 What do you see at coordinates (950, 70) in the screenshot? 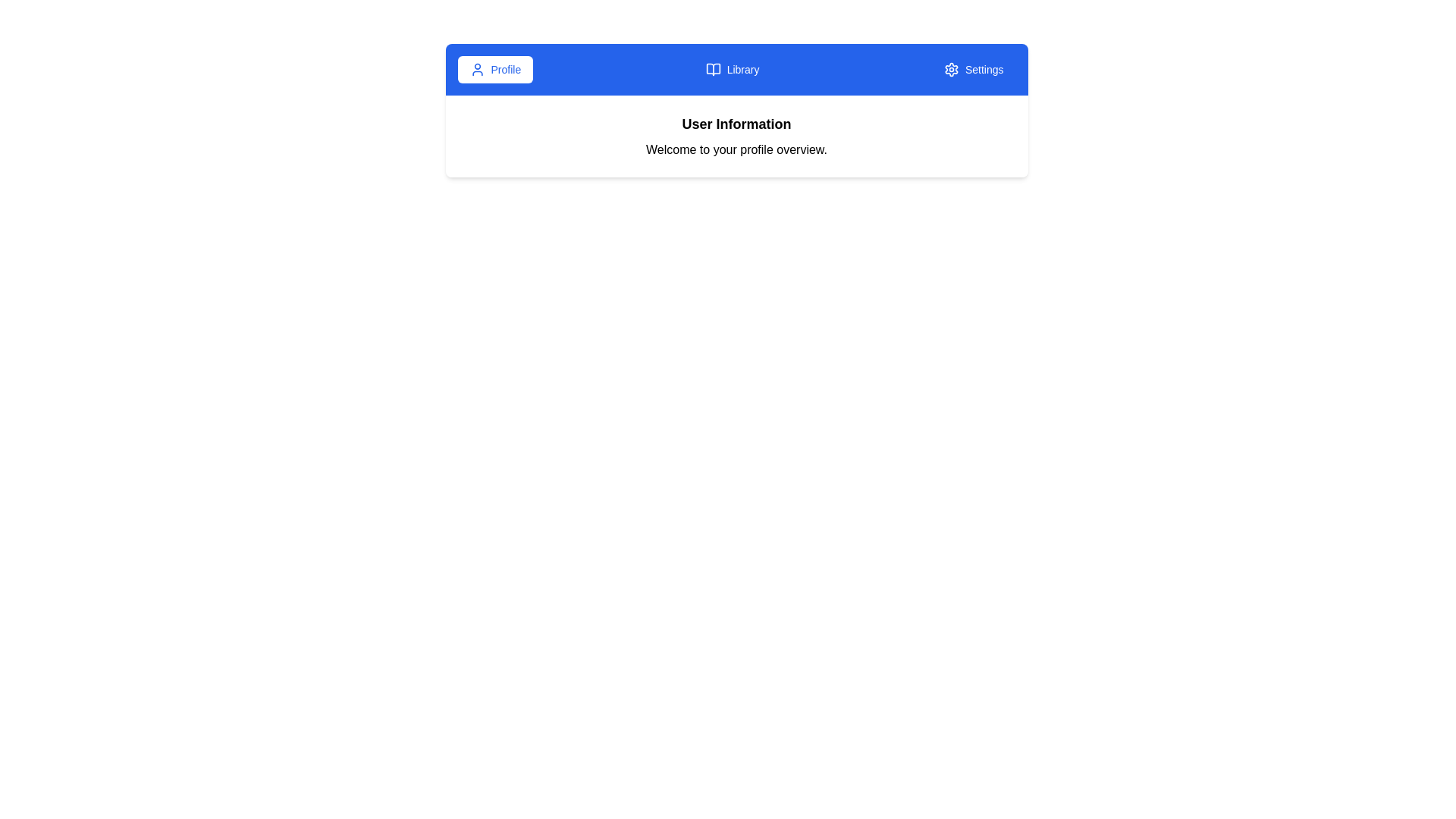
I see `the small gear icon representing settings, located on the far-right side of the blue navigation bar, to the left of the text 'Settings'` at bounding box center [950, 70].